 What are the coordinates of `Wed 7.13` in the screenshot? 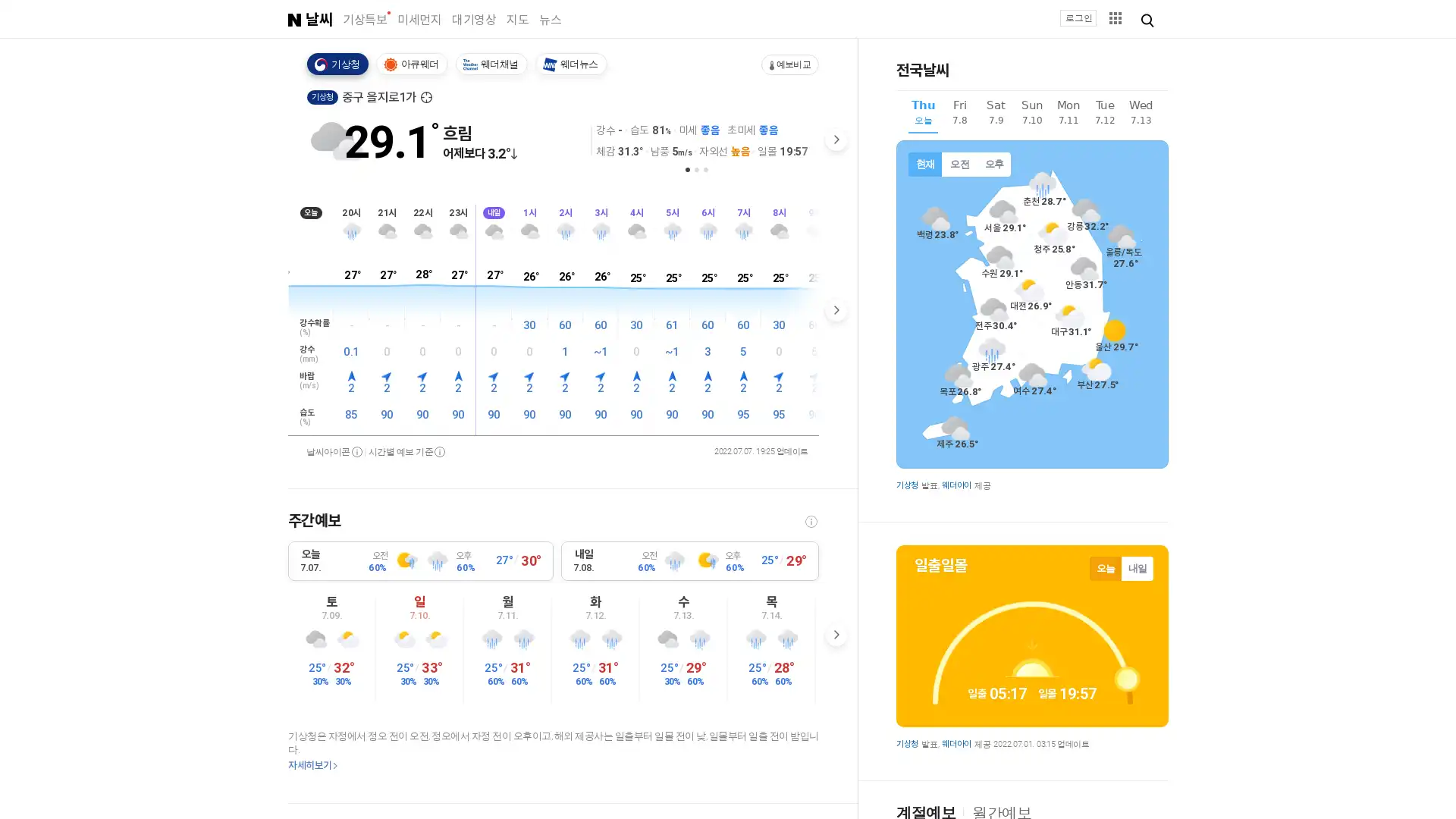 It's located at (1141, 114).